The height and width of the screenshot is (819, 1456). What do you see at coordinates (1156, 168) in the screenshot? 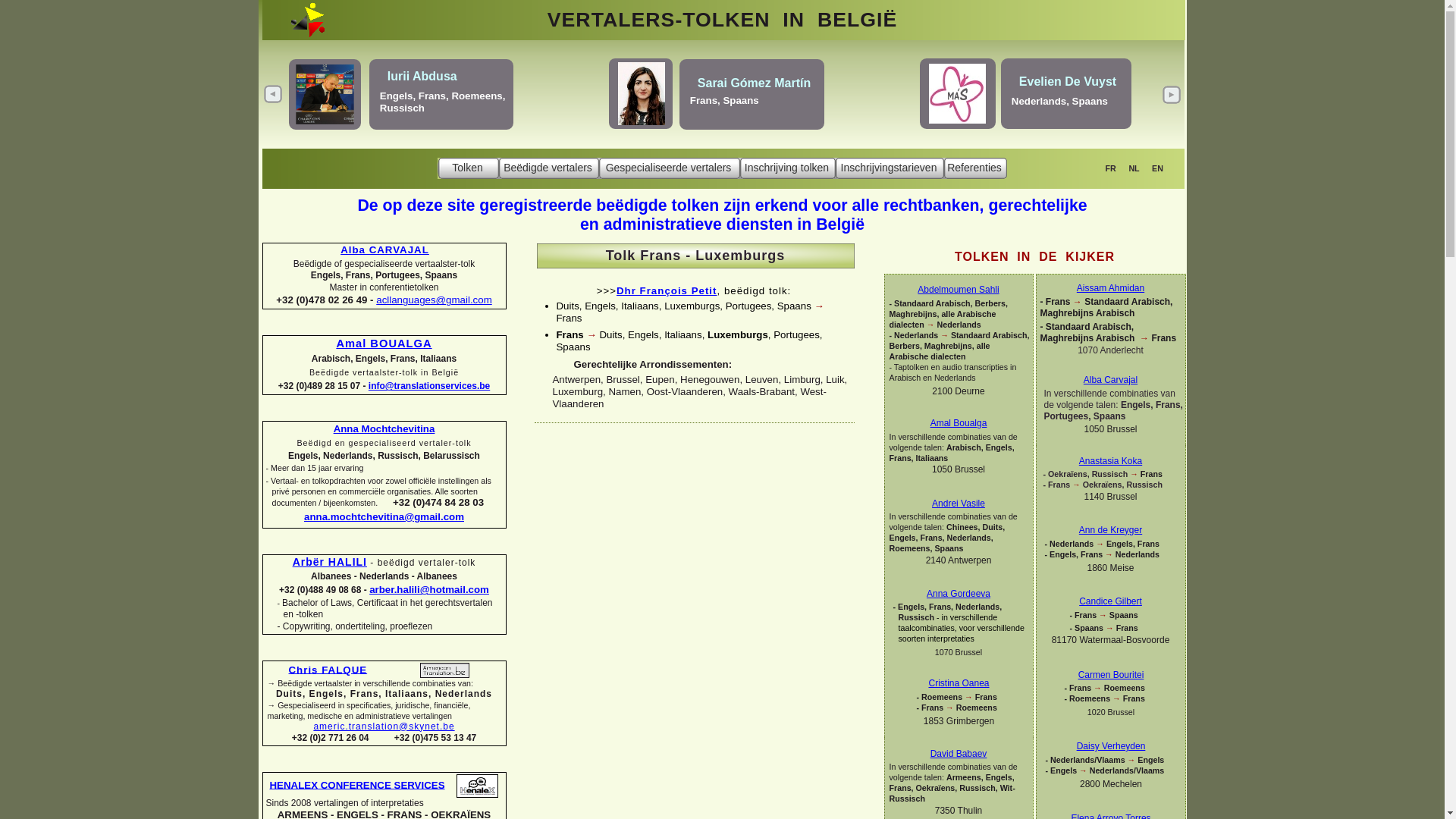
I see `'EN'` at bounding box center [1156, 168].